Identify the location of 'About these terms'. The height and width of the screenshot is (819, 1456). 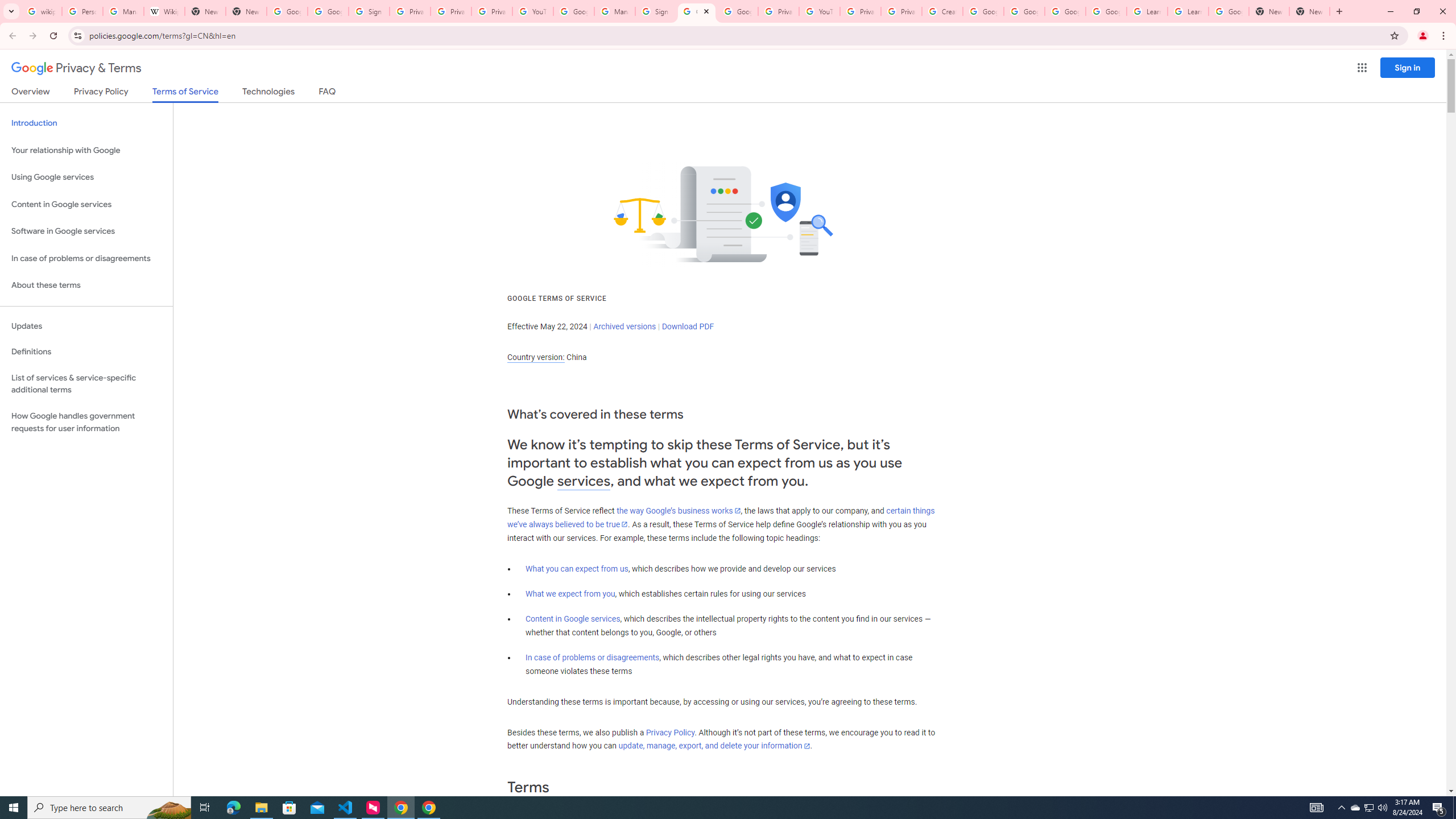
(86, 285).